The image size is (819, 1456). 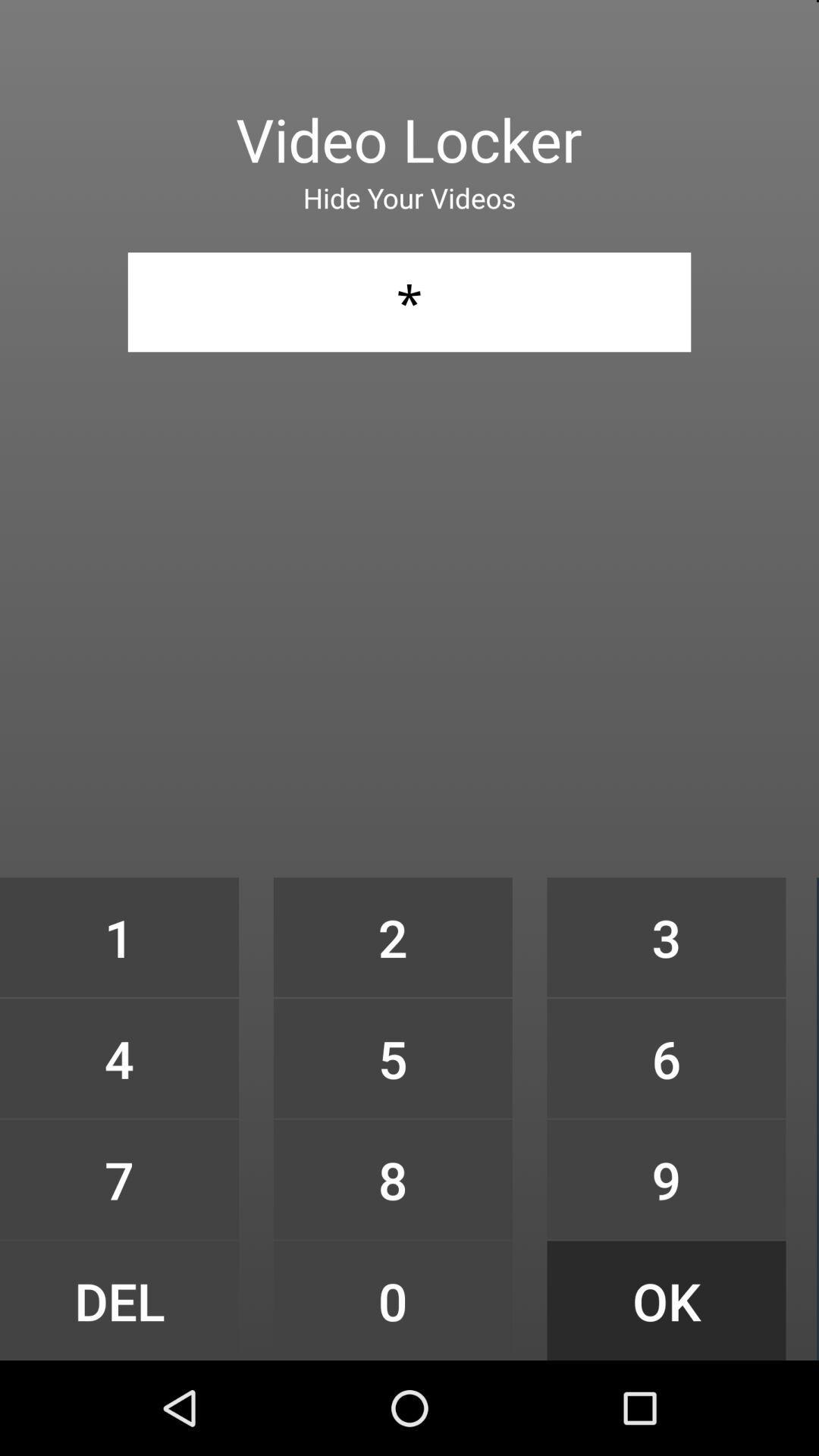 I want to click on the item next to 9 icon, so click(x=392, y=1300).